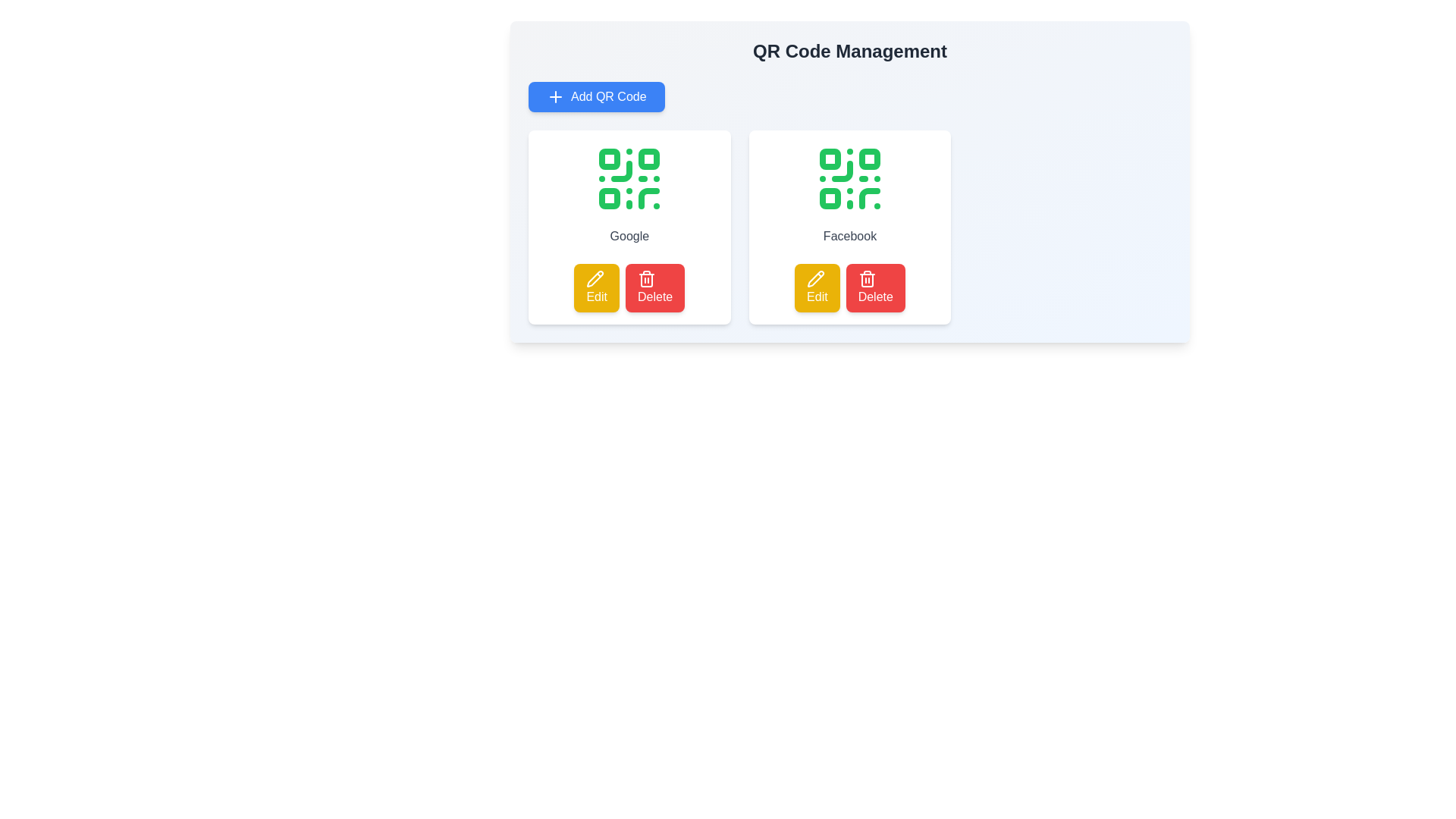 The height and width of the screenshot is (819, 1456). What do you see at coordinates (649, 158) in the screenshot?
I see `the small green square with rounded corners that is the second square in the top row of the QR code design` at bounding box center [649, 158].